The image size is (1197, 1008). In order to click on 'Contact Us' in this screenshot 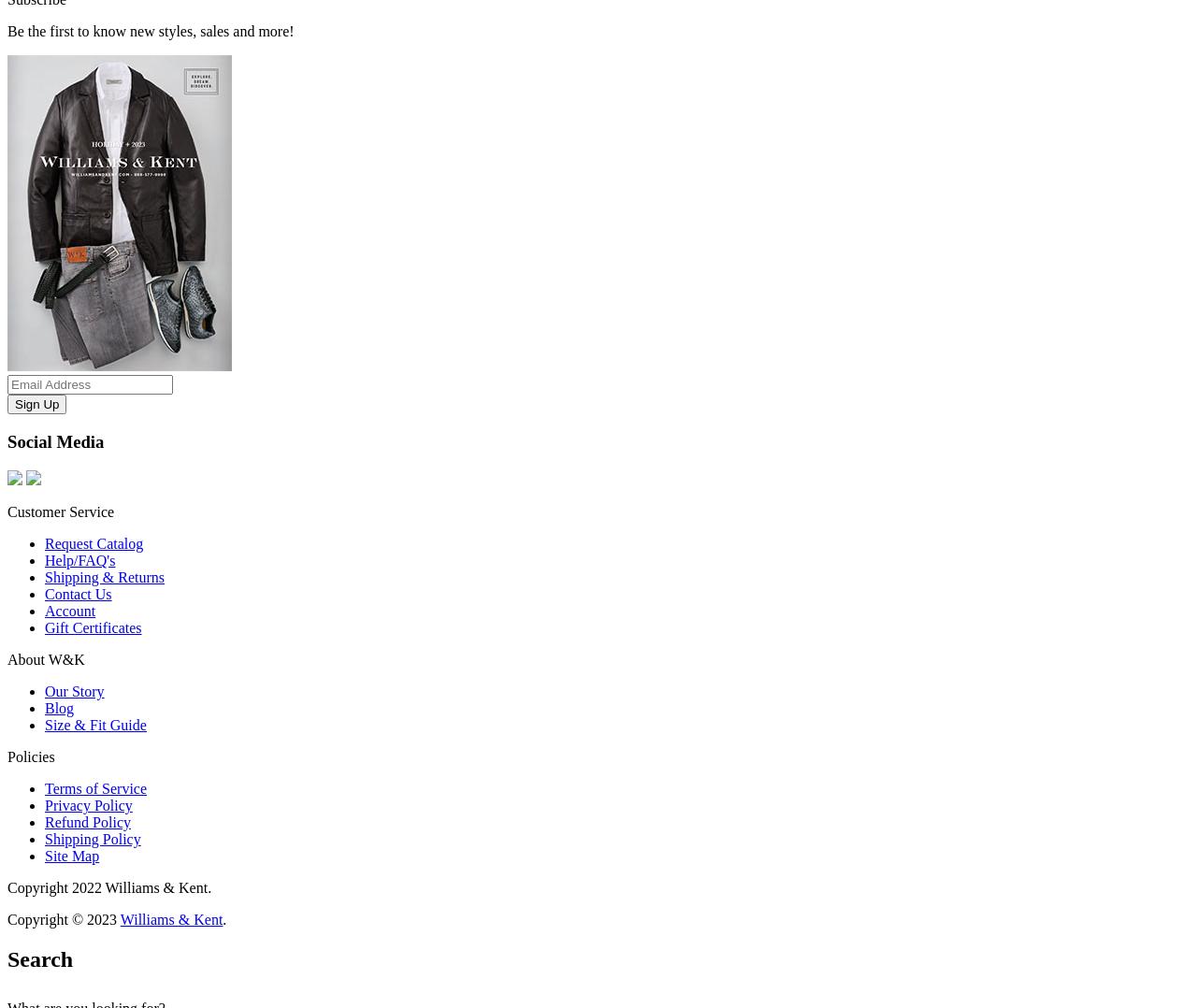, I will do `click(77, 592)`.